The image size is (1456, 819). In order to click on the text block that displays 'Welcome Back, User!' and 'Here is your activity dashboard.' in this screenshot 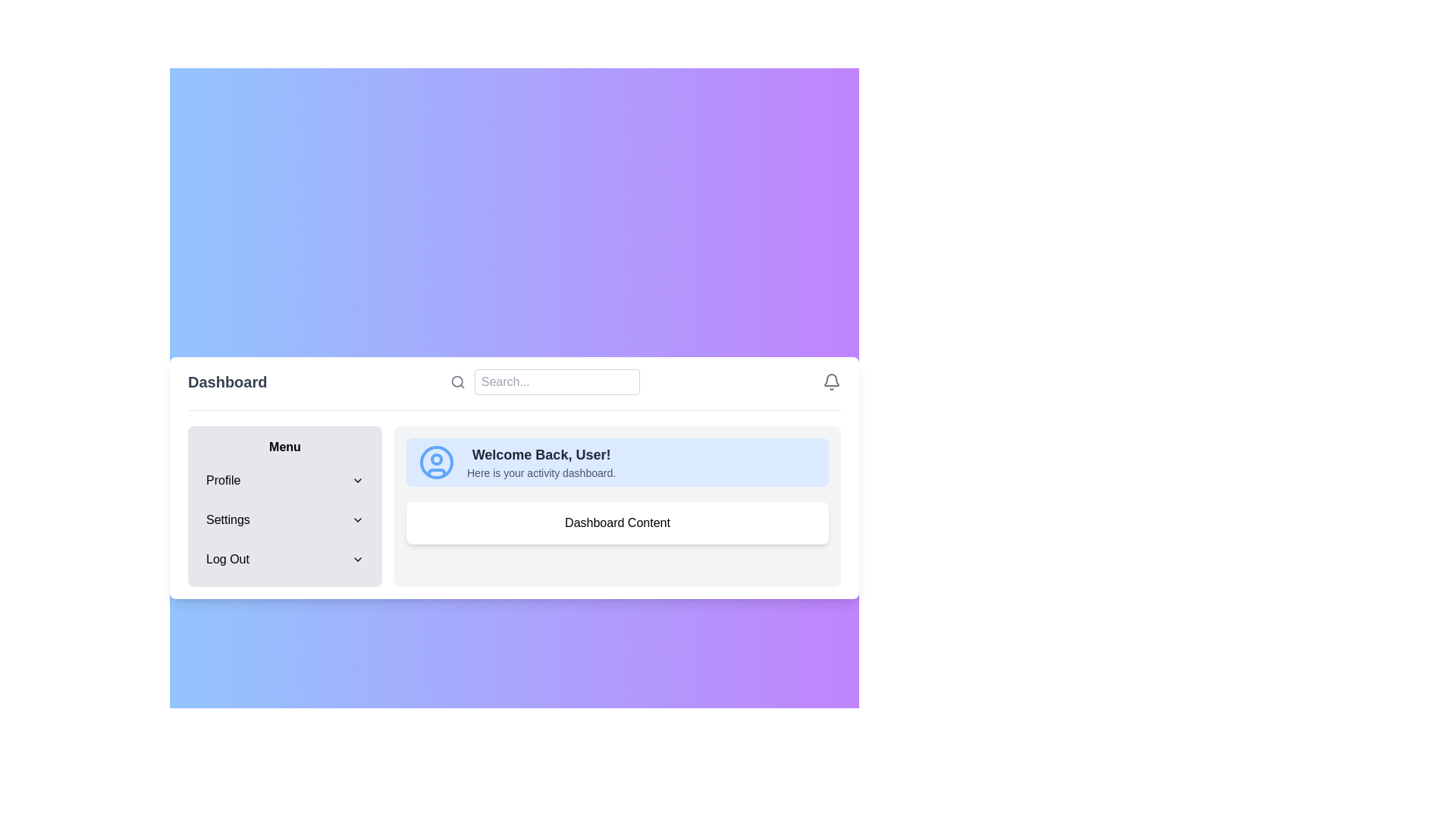, I will do `click(541, 461)`.